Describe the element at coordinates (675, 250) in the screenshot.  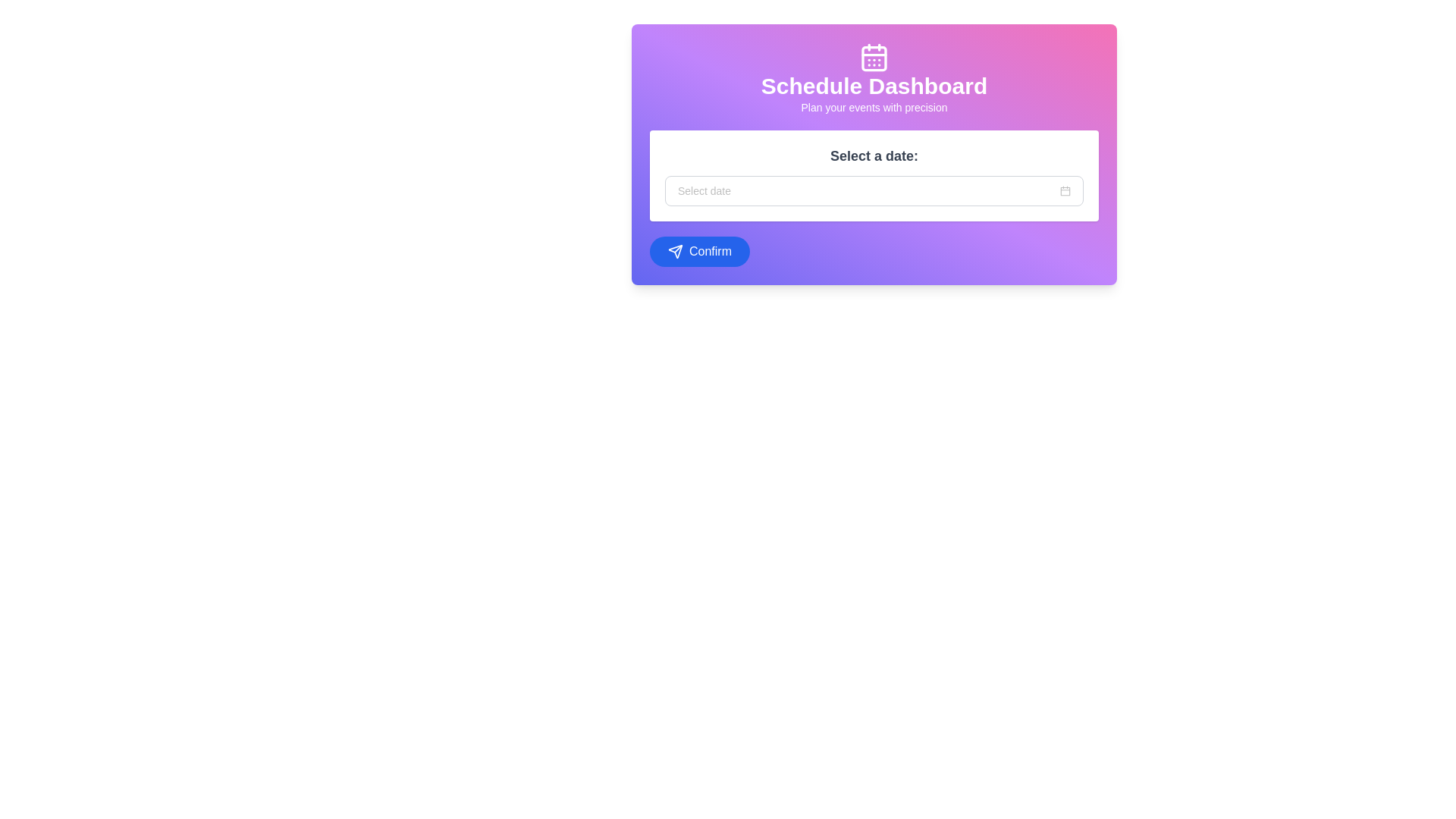
I see `the paper airplane icon within the 'Confirm' button located on the lower-left area of the purple card` at that location.